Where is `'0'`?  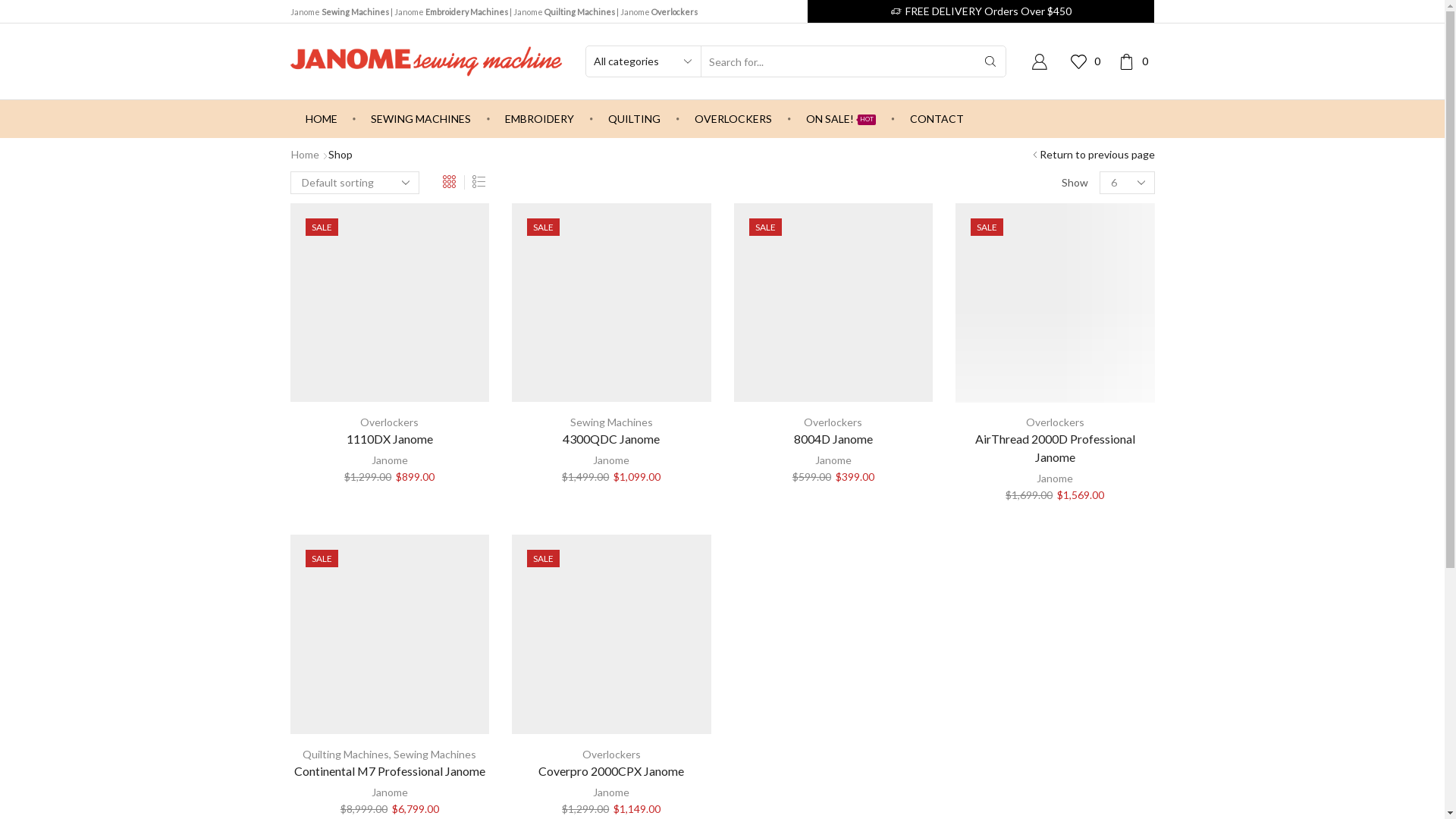
'0' is located at coordinates (1136, 60).